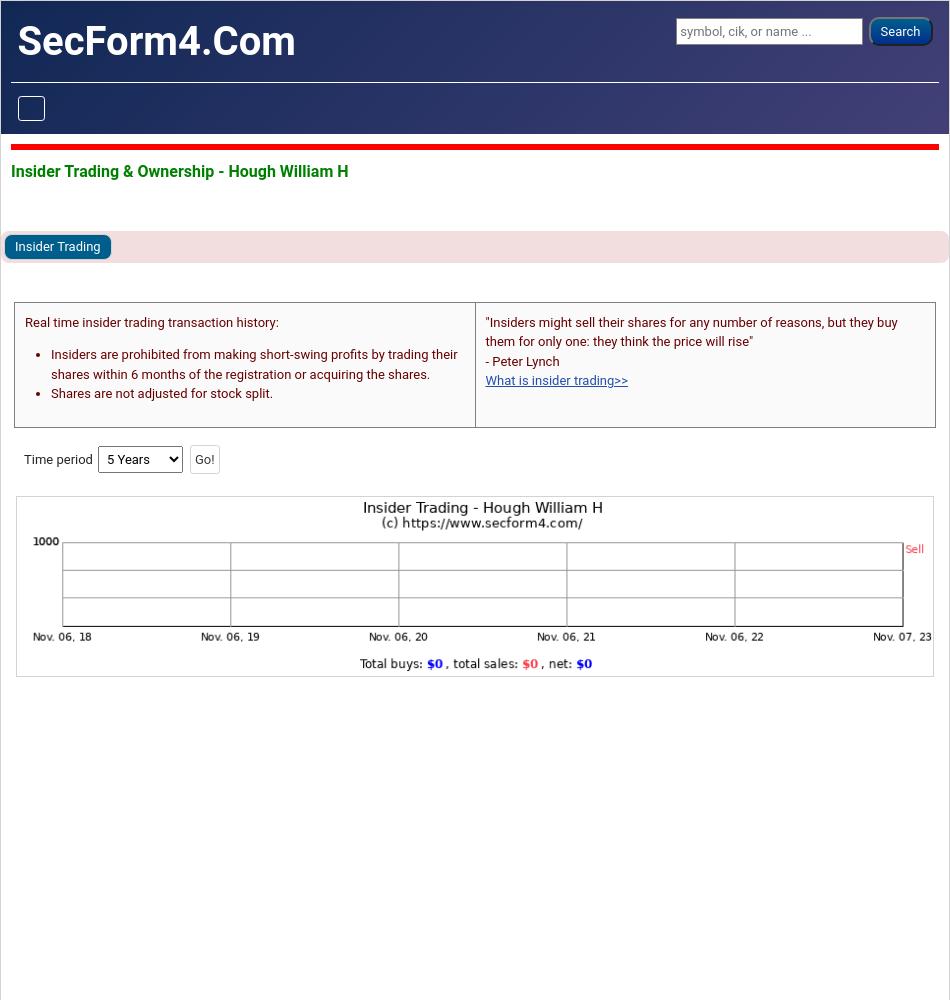  I want to click on 'Search', so click(899, 30).